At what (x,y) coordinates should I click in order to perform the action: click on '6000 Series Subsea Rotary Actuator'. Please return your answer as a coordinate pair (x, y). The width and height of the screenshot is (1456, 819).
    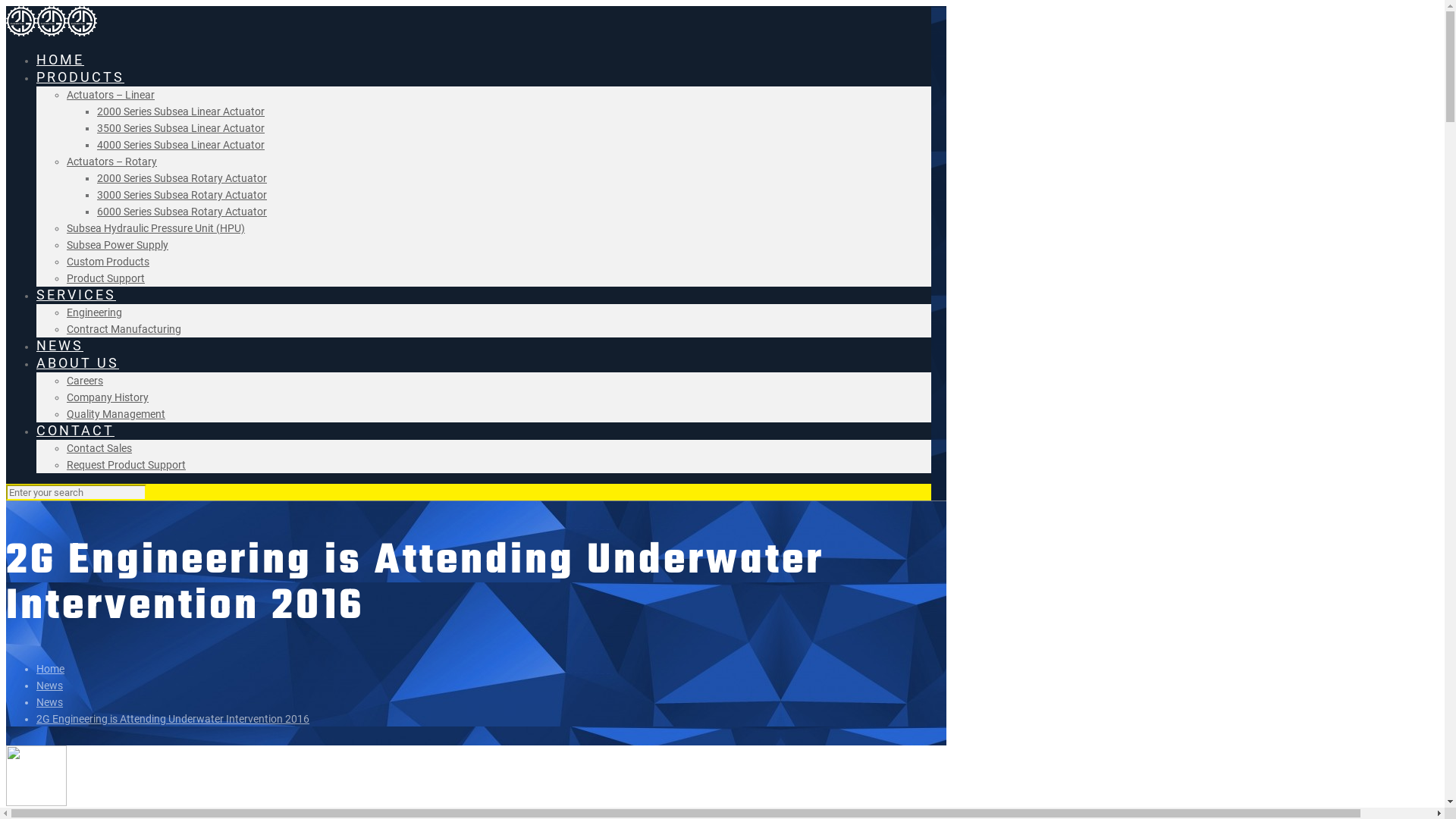
    Looking at the image, I should click on (182, 211).